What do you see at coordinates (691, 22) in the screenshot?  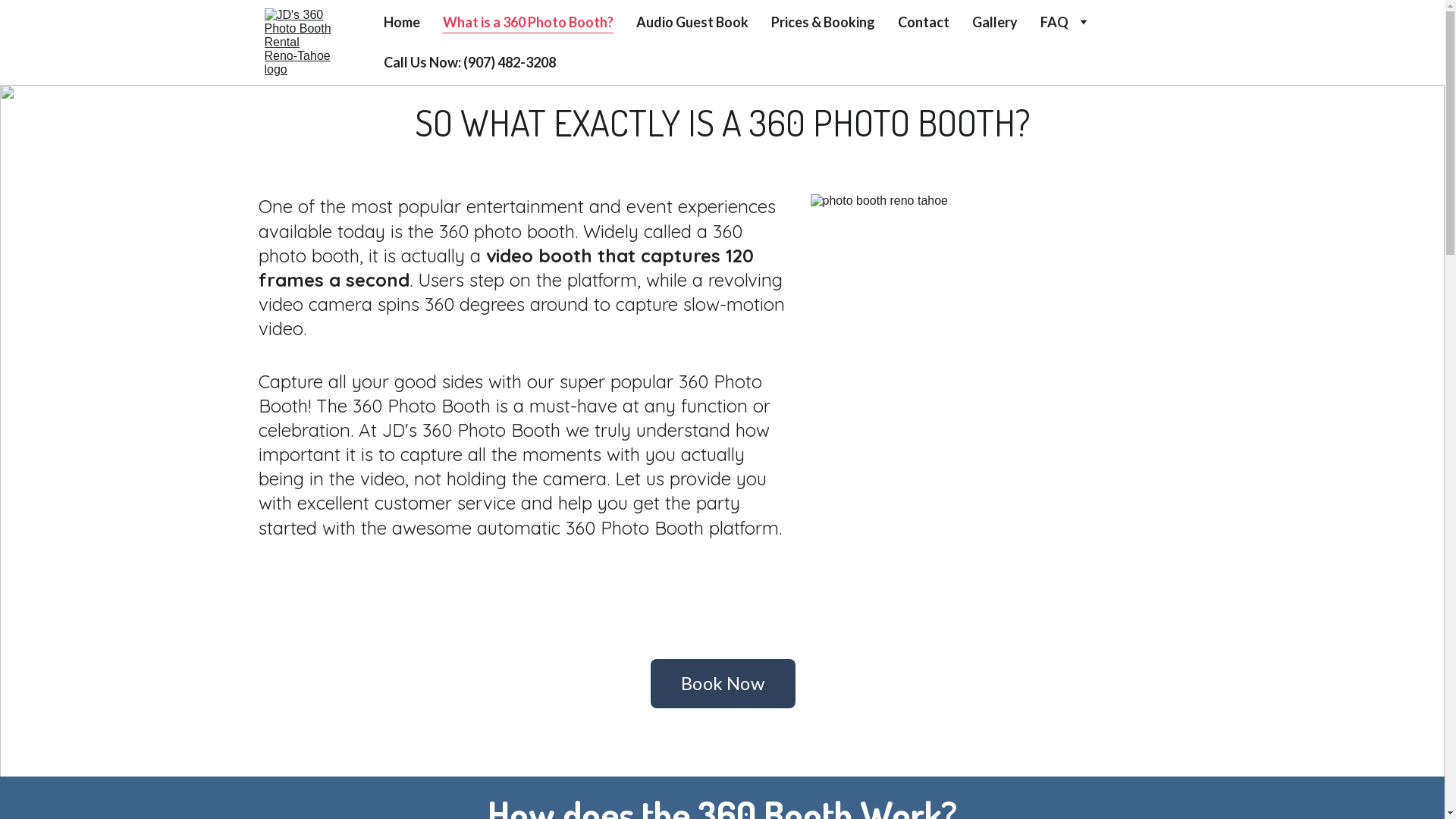 I see `'Audio Guest Book'` at bounding box center [691, 22].